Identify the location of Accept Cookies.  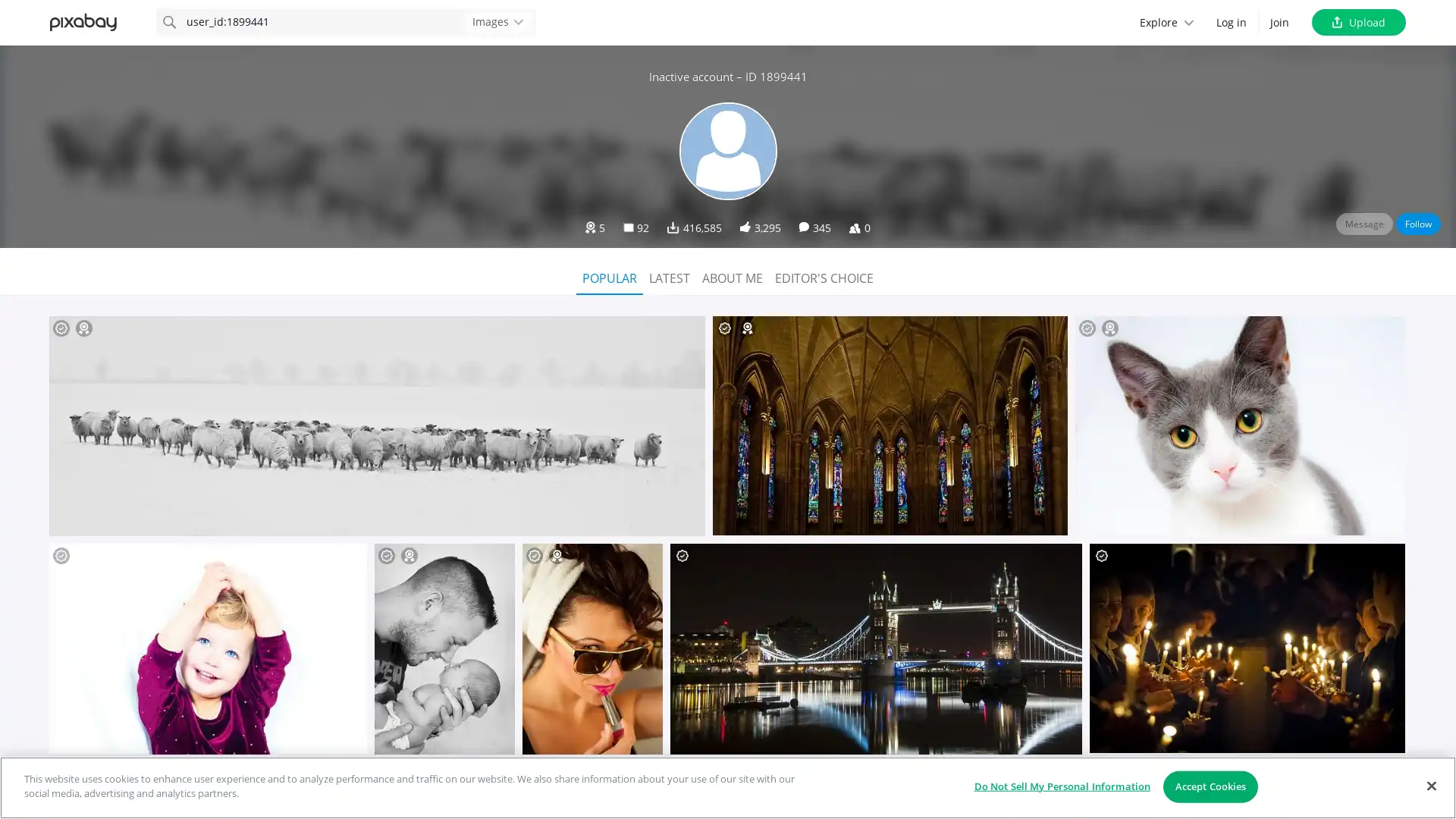
(1210, 786).